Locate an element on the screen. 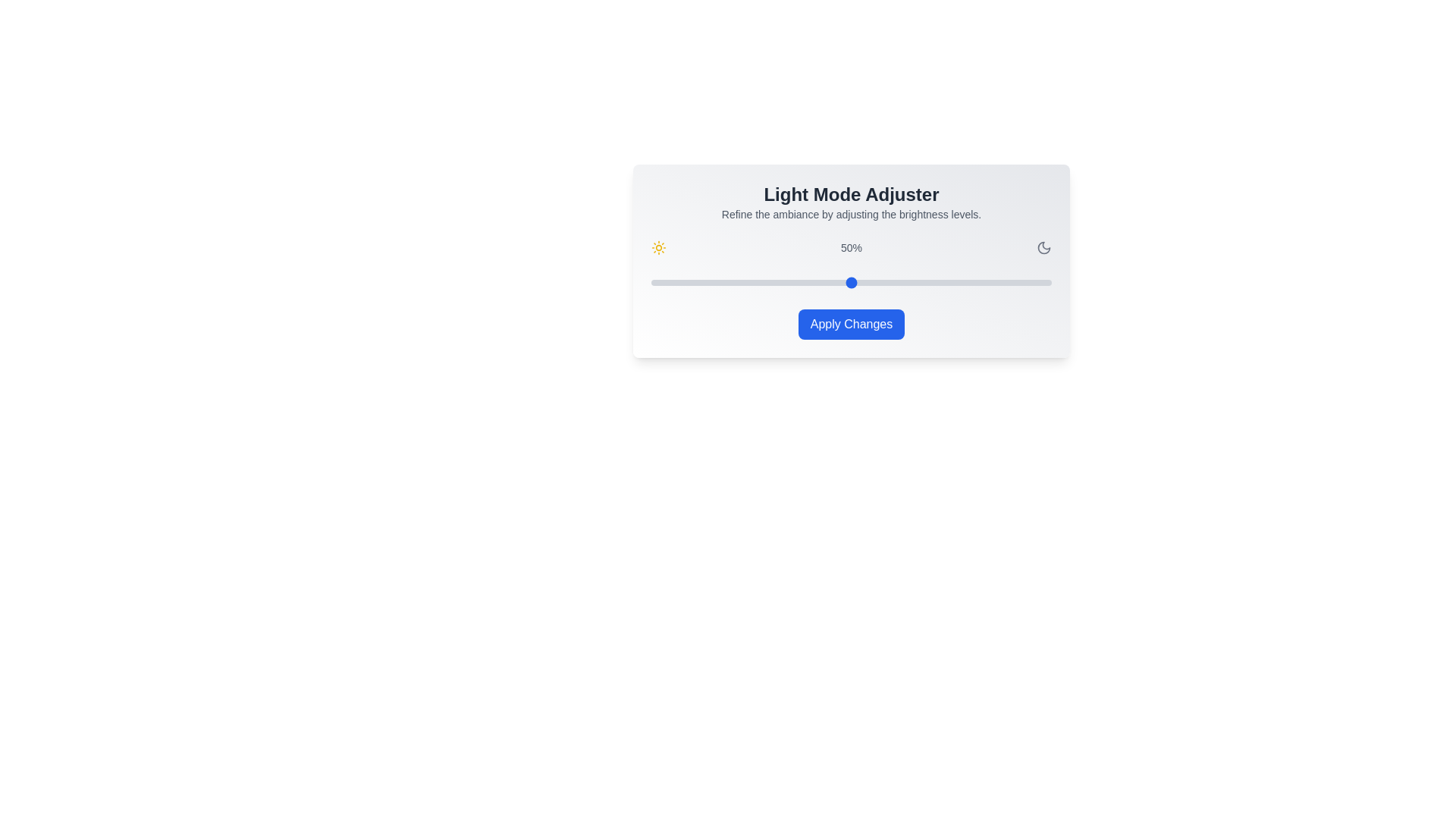  the 'Apply Changes' button is located at coordinates (852, 324).